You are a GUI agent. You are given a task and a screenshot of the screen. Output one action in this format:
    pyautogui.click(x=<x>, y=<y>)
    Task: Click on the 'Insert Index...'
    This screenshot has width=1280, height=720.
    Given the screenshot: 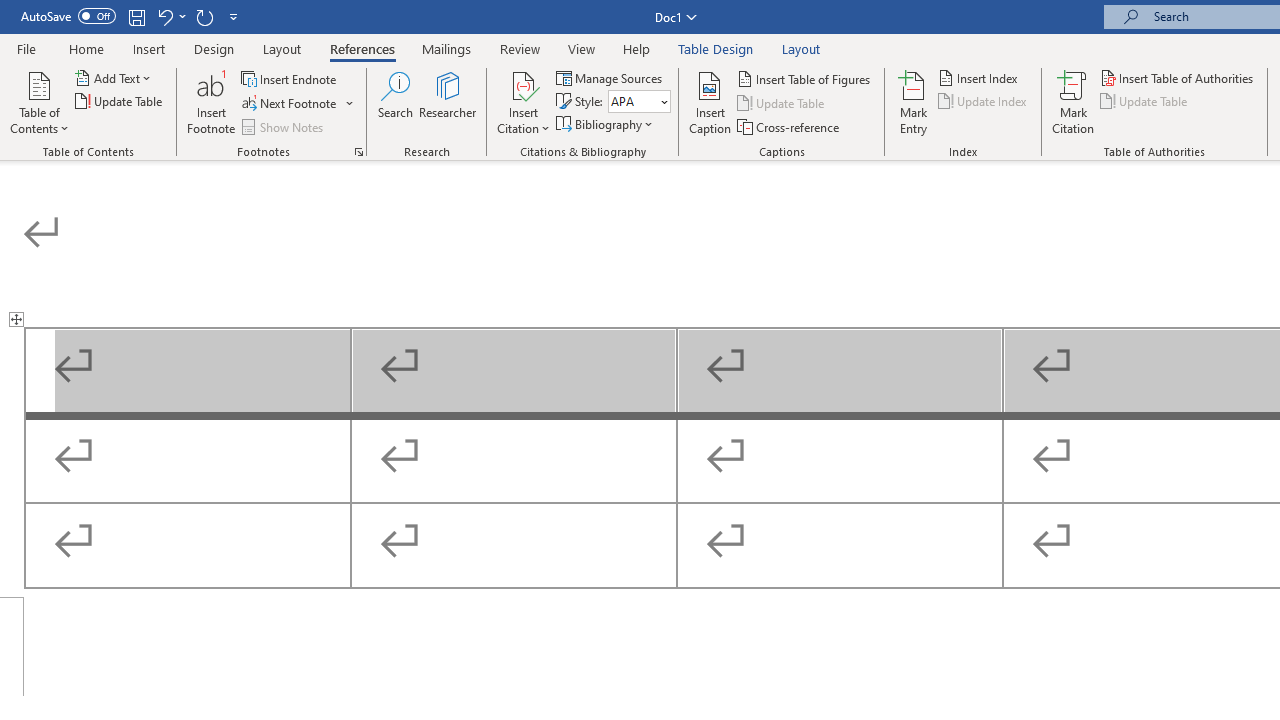 What is the action you would take?
    pyautogui.click(x=979, y=77)
    